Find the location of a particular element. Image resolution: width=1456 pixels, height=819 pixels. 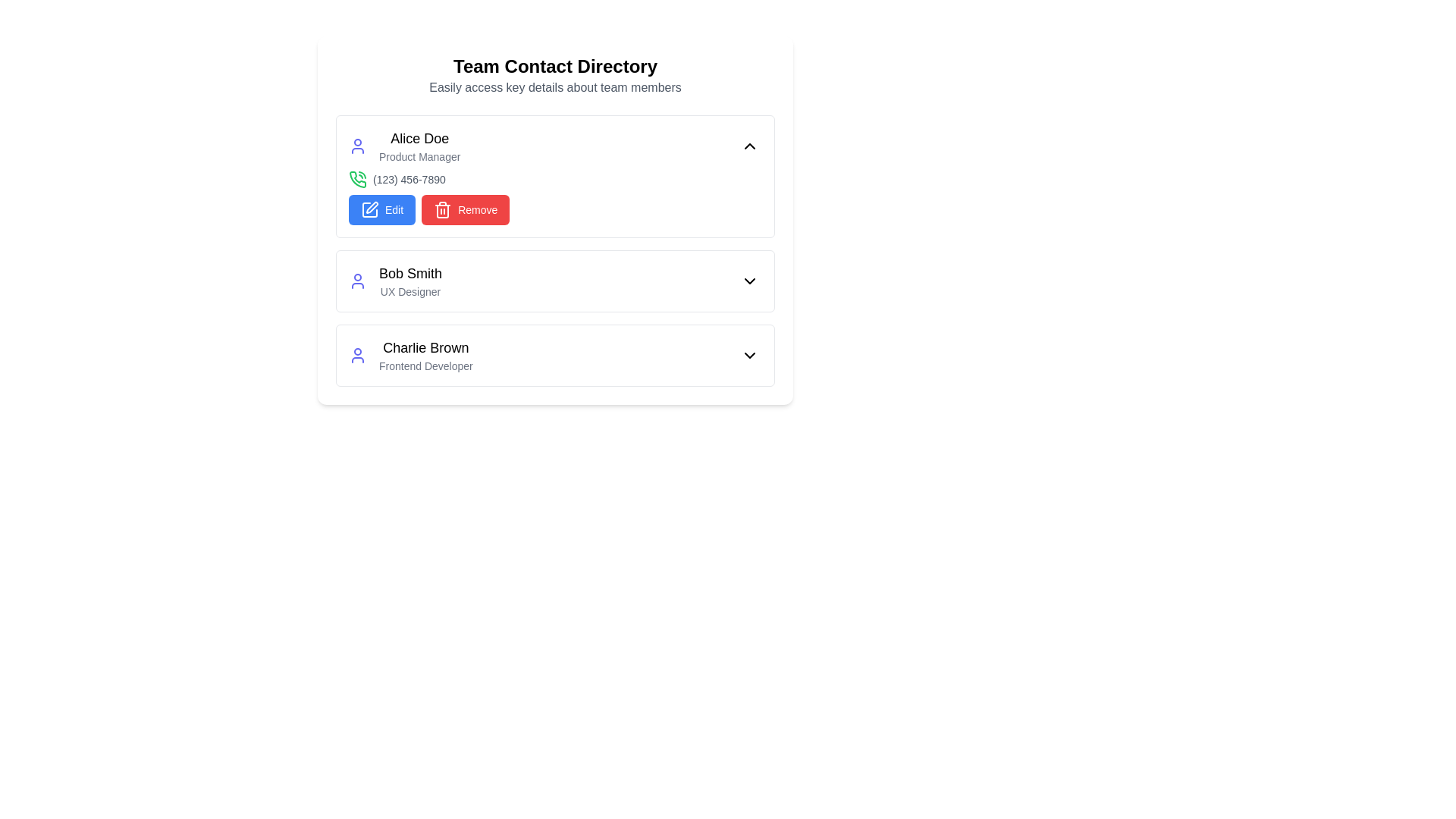

the name 'Charlie Brown' in the Team Contact Directory is located at coordinates (410, 356).